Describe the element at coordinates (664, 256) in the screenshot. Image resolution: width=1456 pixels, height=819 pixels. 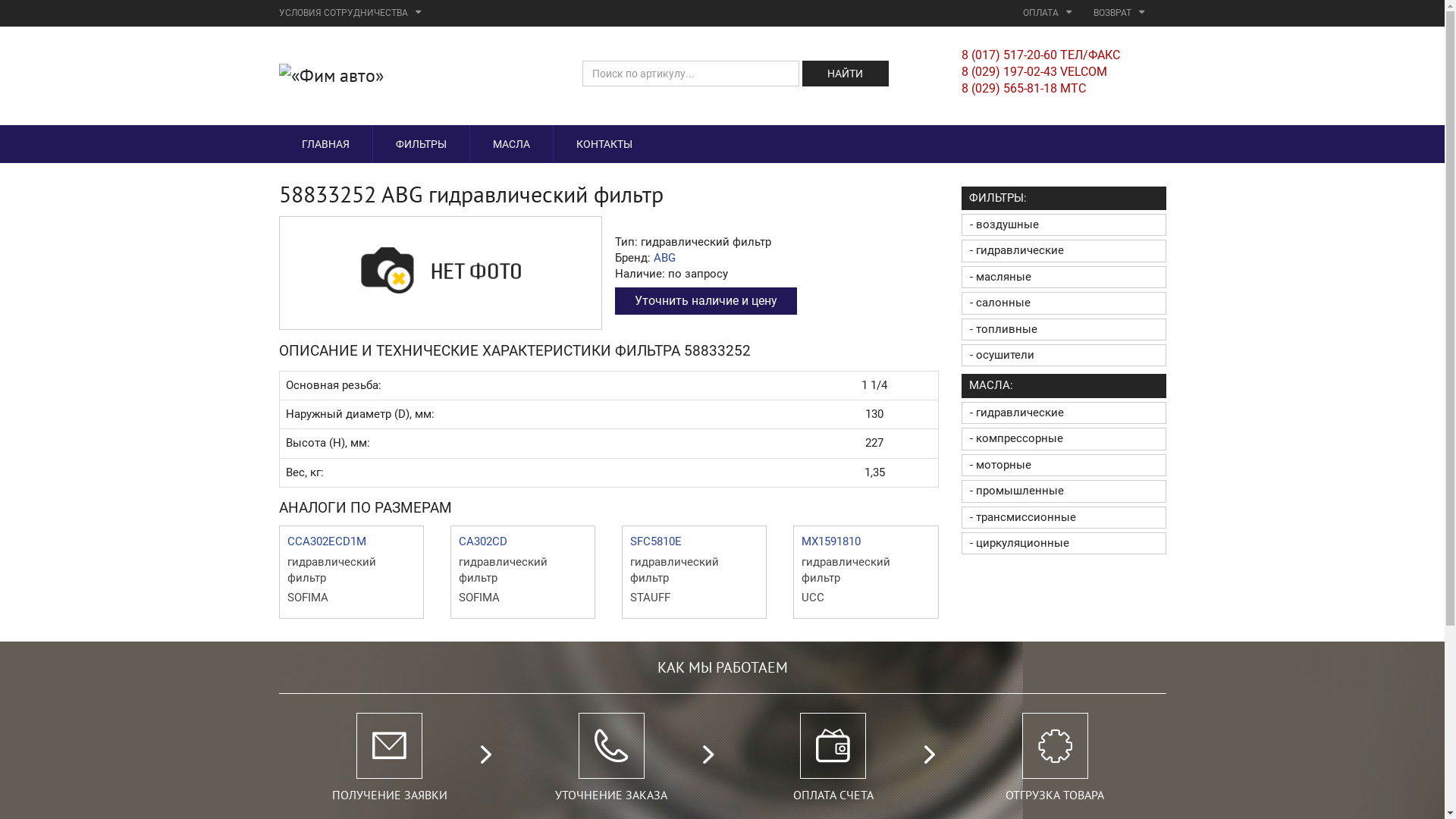
I see `'ABG'` at that location.